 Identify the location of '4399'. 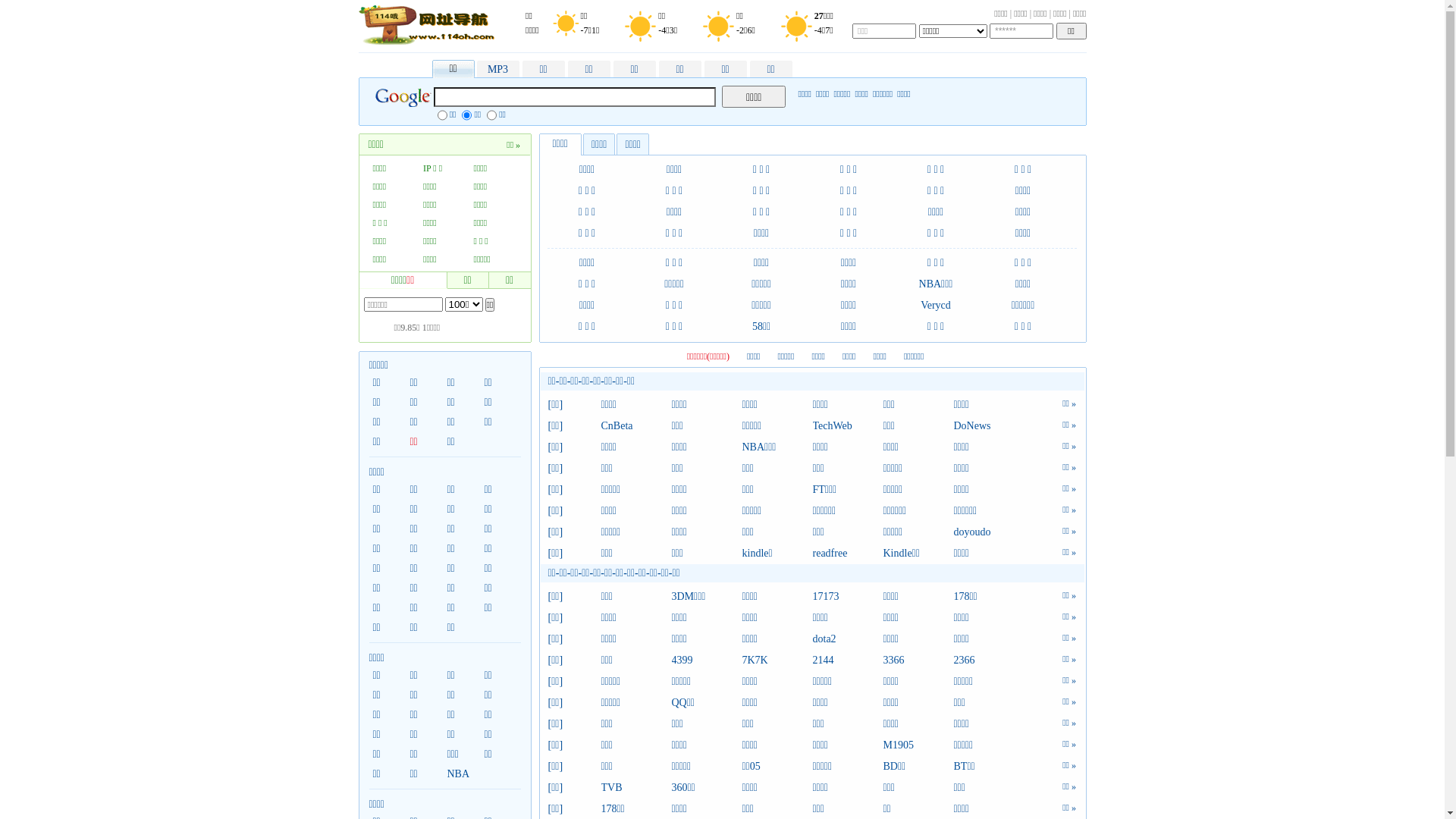
(671, 660).